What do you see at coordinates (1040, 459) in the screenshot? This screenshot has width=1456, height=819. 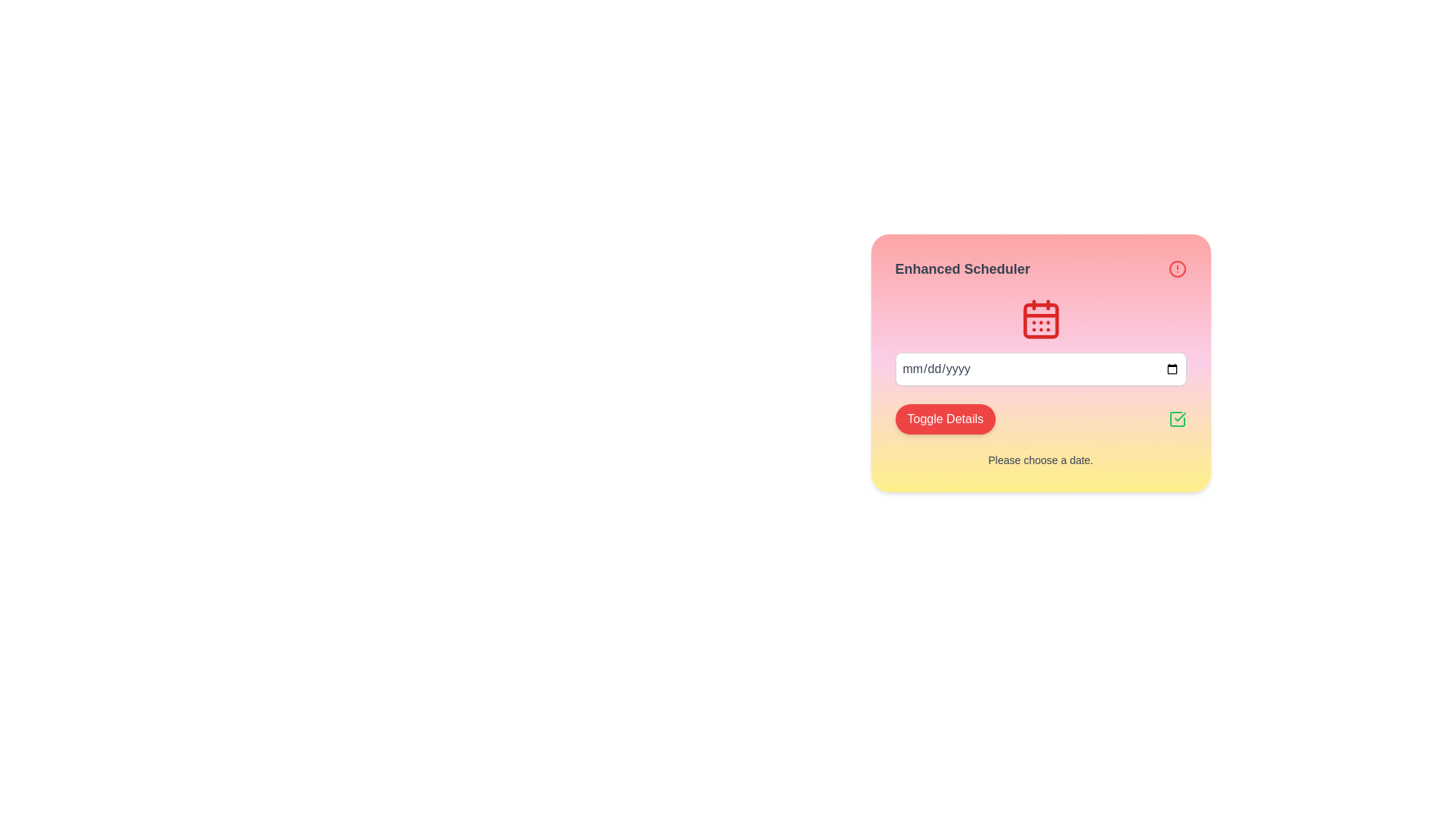 I see `the instructional label that prompts the user to select a date, located below the 'Toggle Details' button and centered horizontally within the card` at bounding box center [1040, 459].